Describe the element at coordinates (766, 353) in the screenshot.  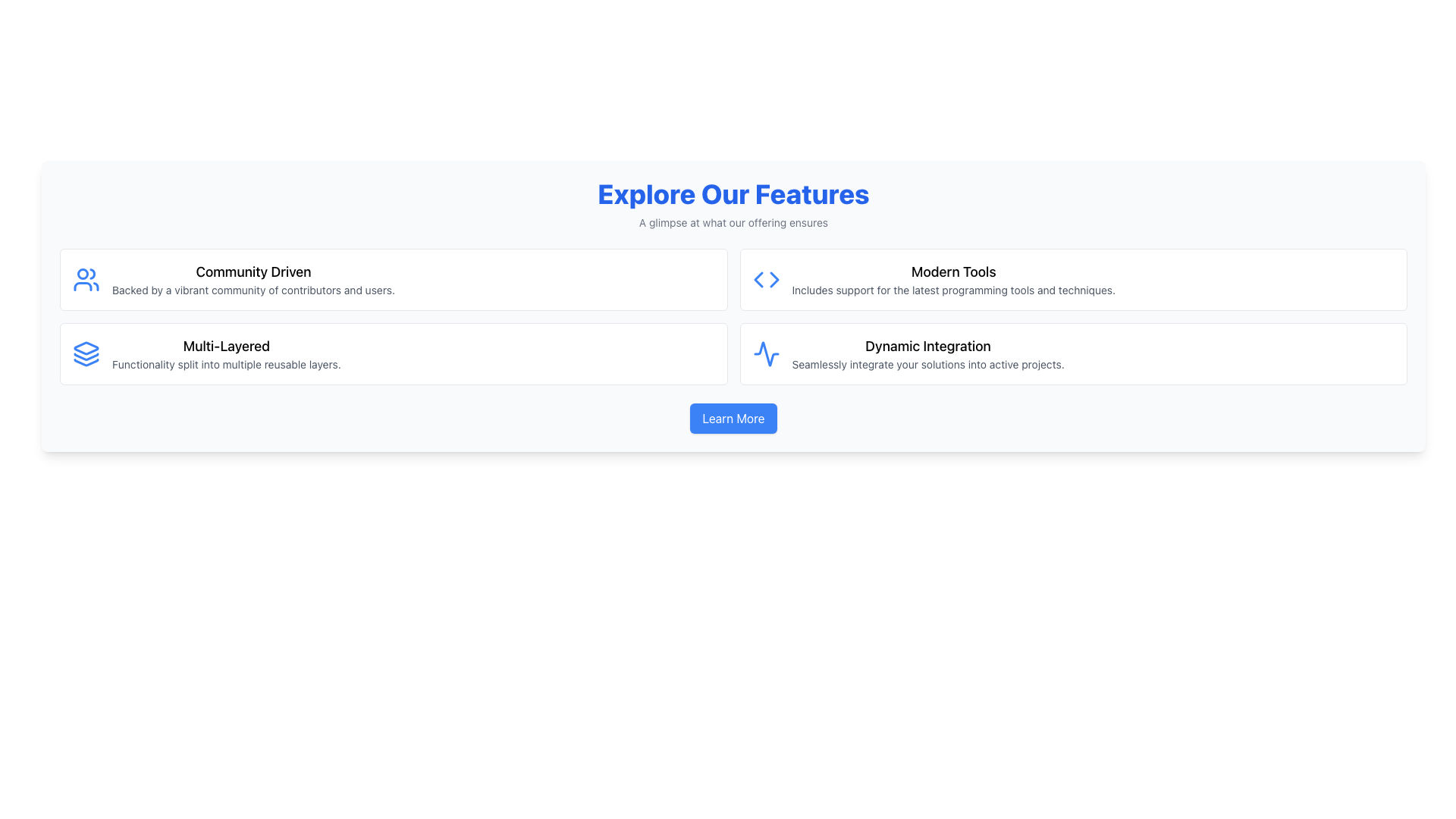
I see `the 'Dynamic Integration' icon located in the bottom-right corner of the grid under the 'Explore Our Features' section` at that location.